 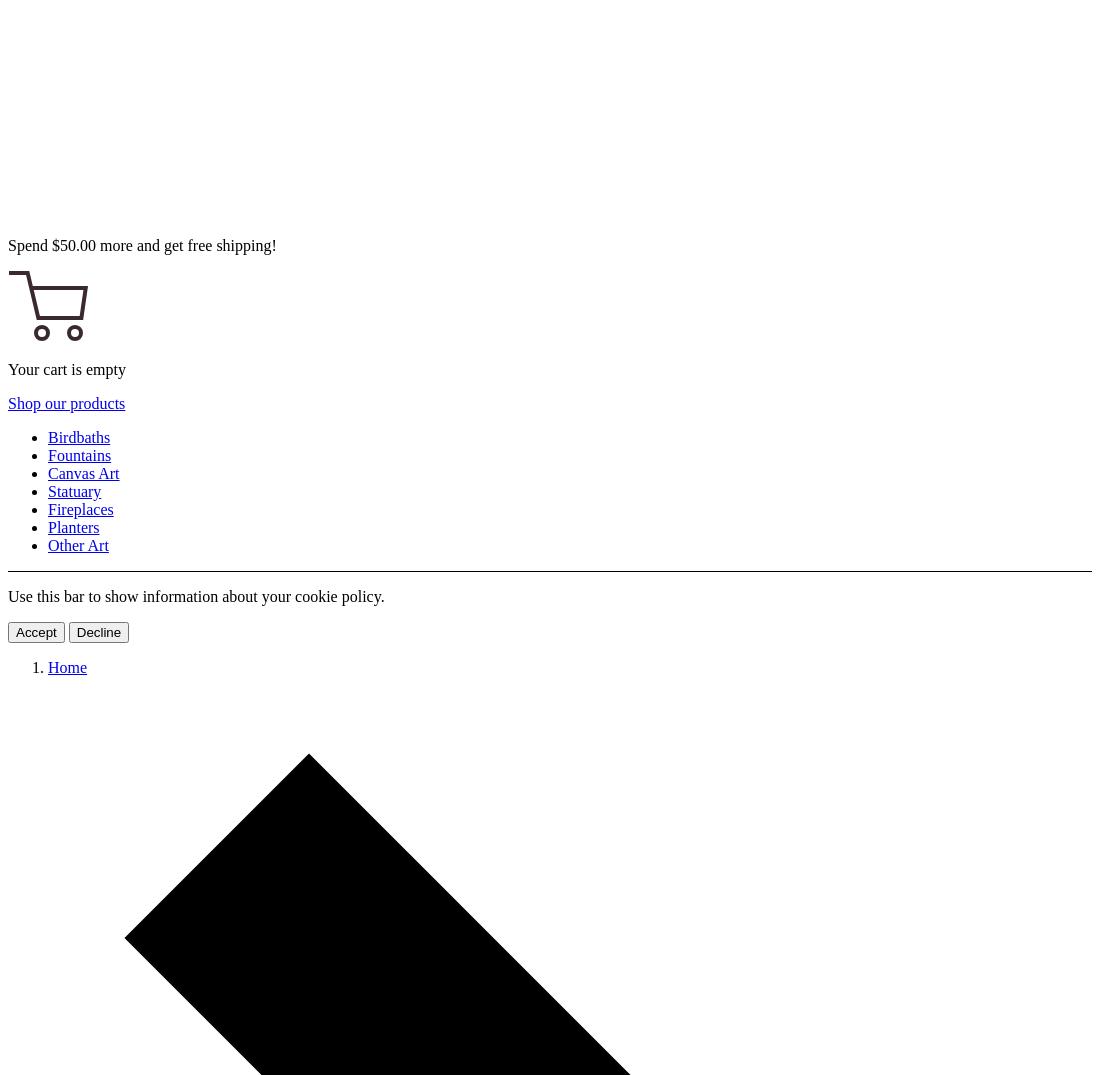 I want to click on 'Spend', so click(x=29, y=245).